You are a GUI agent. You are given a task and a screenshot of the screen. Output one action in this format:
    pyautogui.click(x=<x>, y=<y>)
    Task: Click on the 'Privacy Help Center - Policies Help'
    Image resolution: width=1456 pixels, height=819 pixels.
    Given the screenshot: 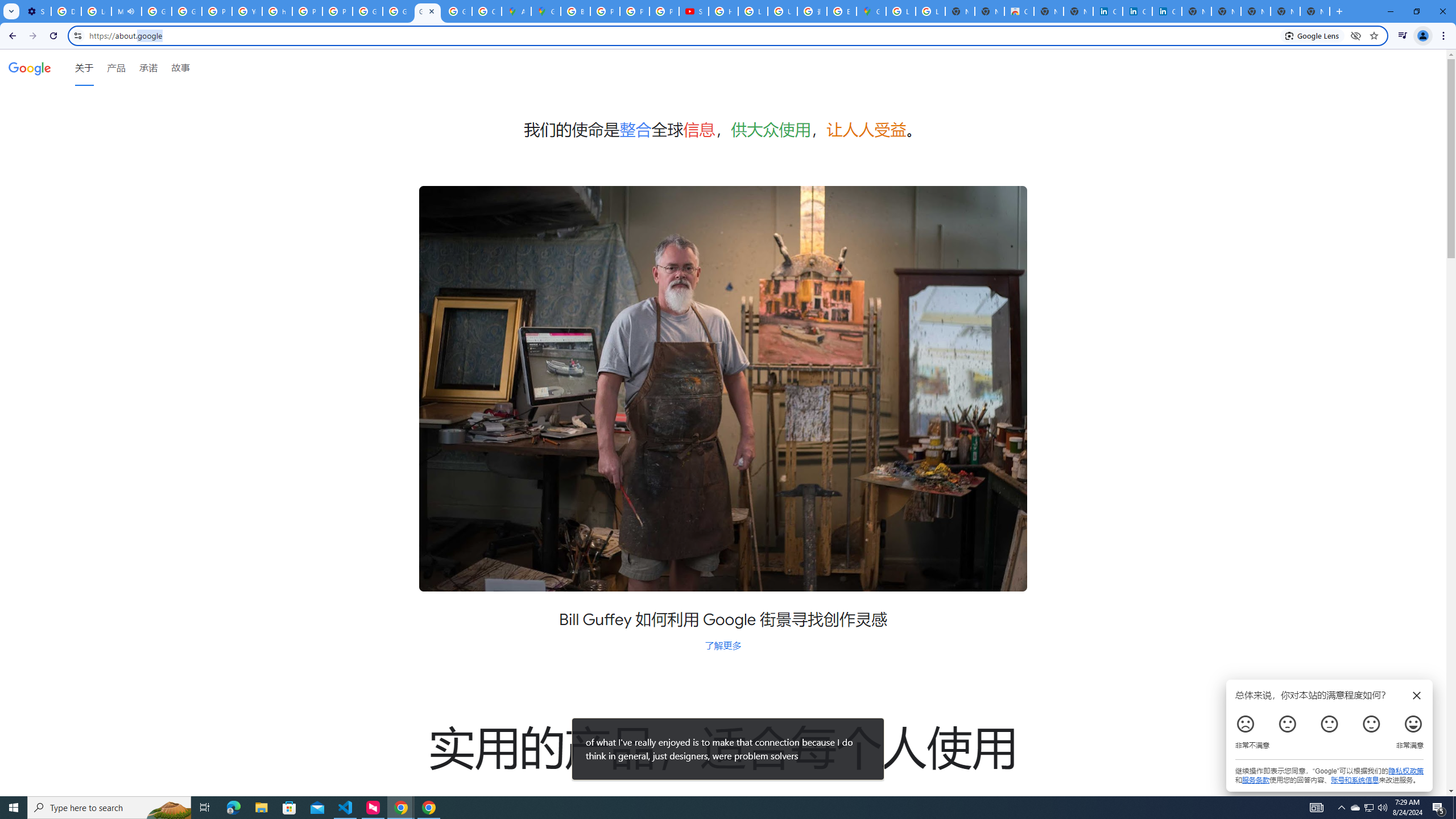 What is the action you would take?
    pyautogui.click(x=605, y=11)
    